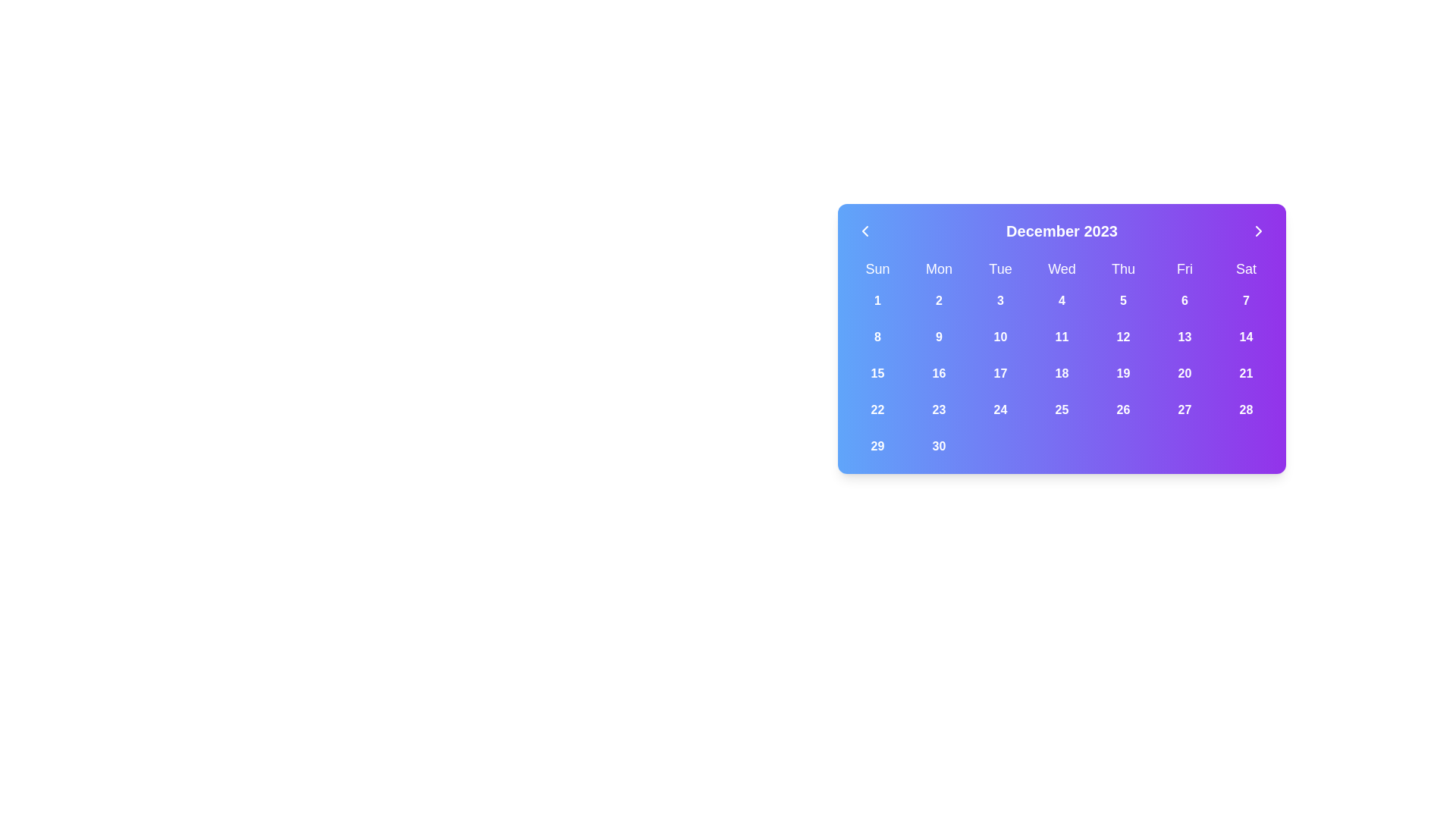 This screenshot has height=819, width=1456. Describe the element at coordinates (1123, 268) in the screenshot. I see `the text label displaying 'Thu', which is the fifth label in the grid layout for the days of the week in the calendar interface, located on a purple gradient background` at that location.